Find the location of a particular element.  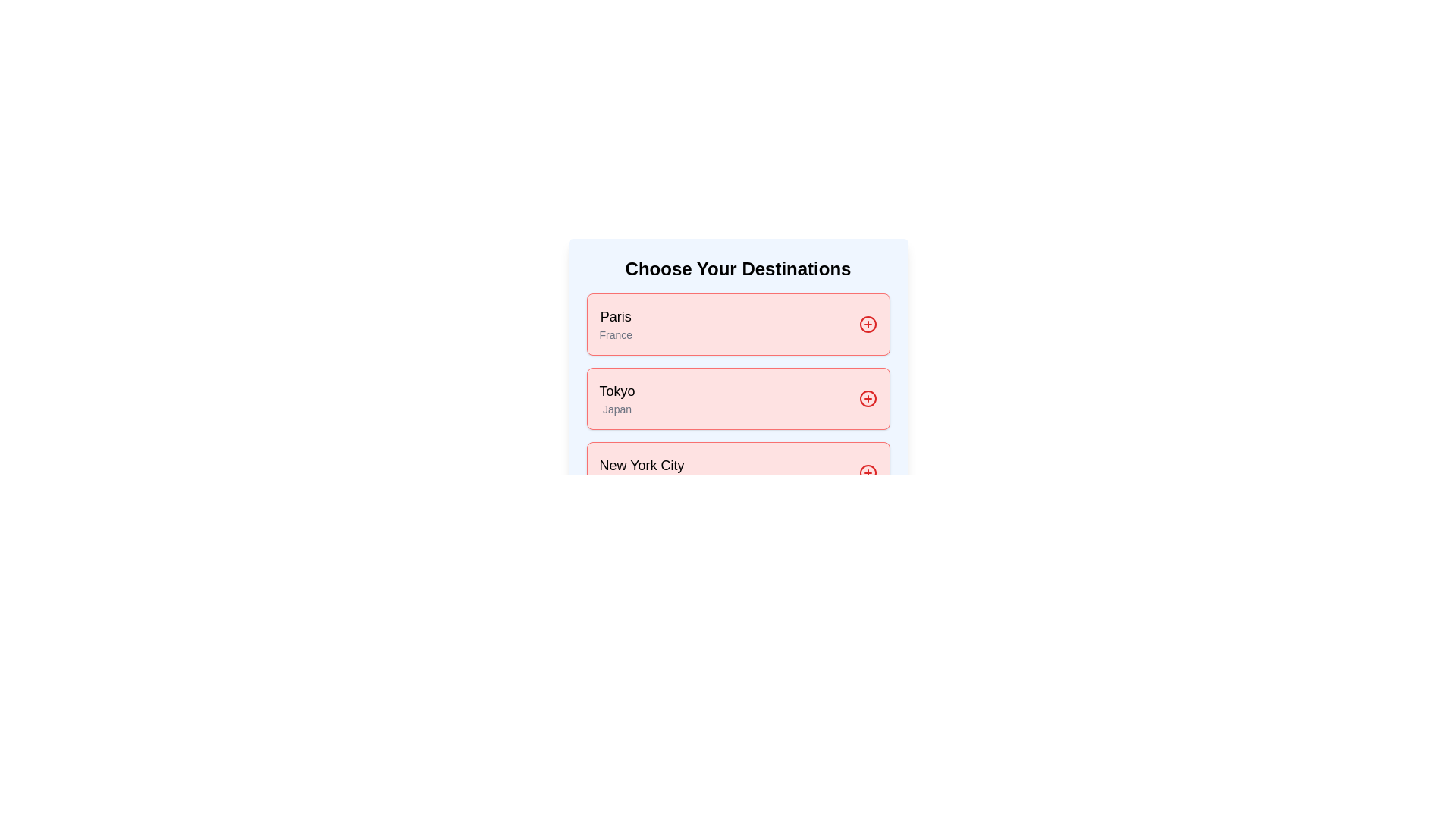

the card labeled 'New York City' which has a light red background and a red border, containing the text 'New York City' at the top and 'USA' underneath, positioned below the 'Tokyo, Japan' card is located at coordinates (738, 472).